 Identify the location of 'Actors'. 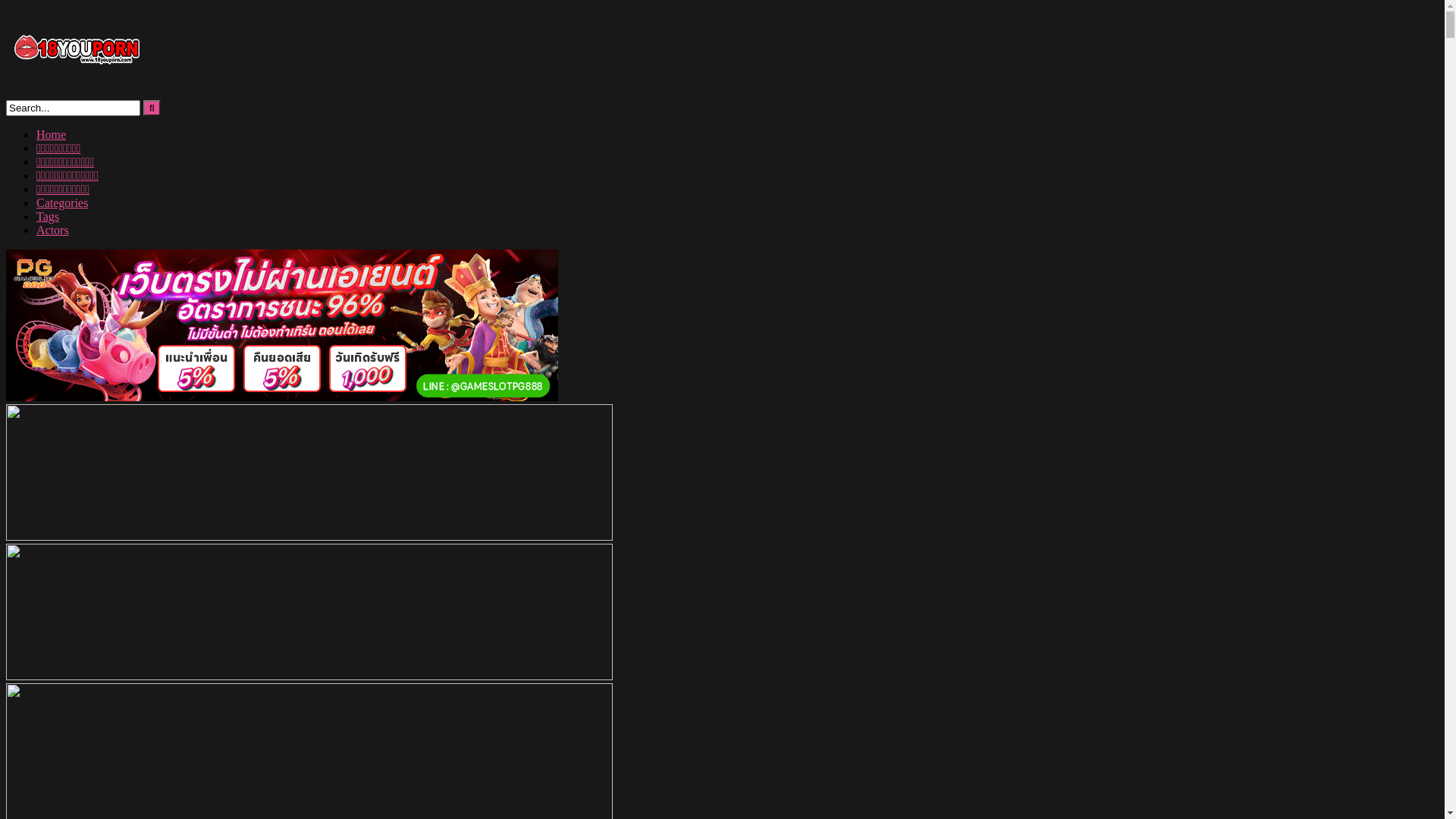
(52, 230).